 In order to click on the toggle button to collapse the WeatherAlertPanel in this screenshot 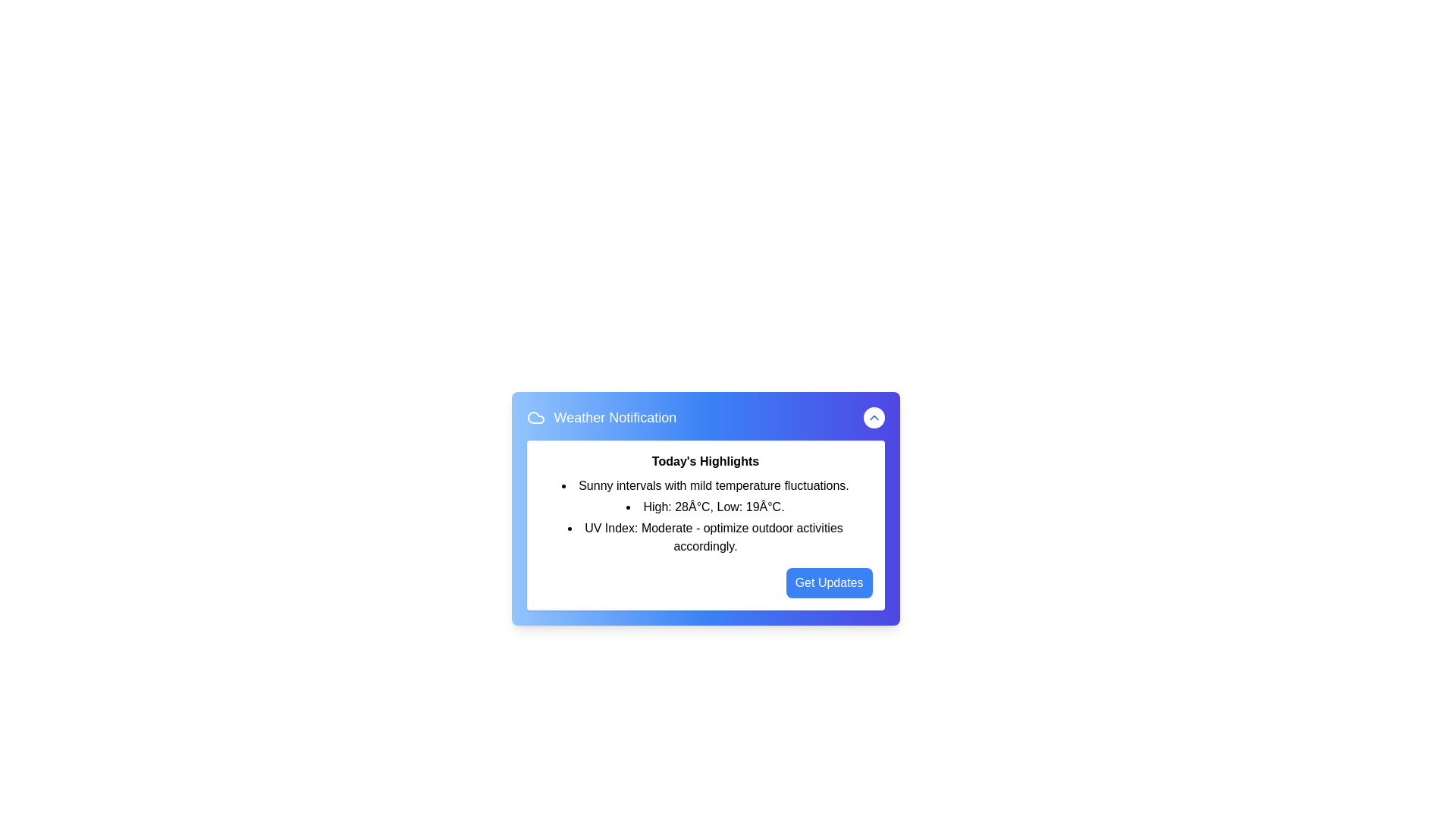, I will do `click(874, 418)`.